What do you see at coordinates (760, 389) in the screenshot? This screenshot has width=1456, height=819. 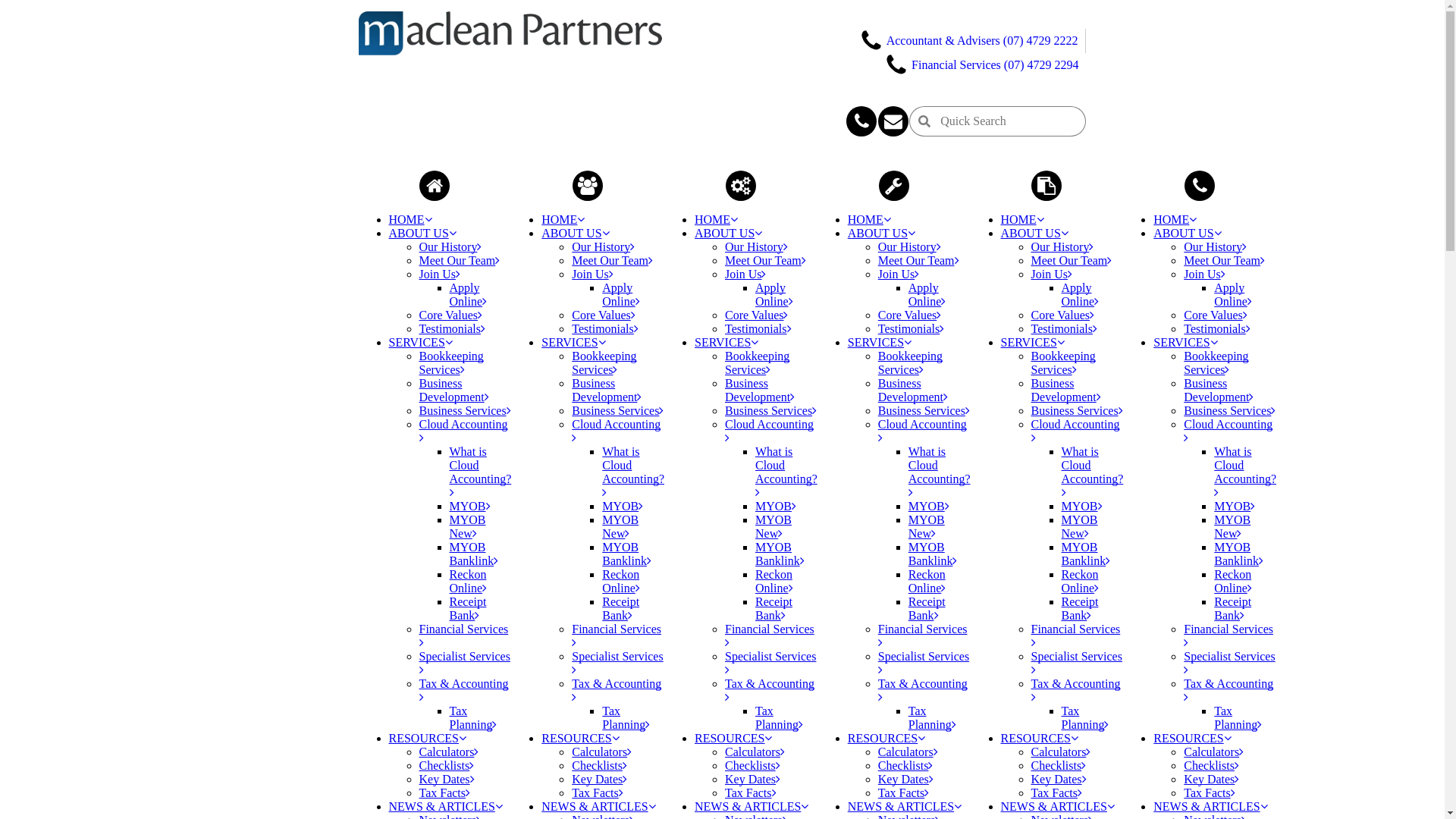 I see `'Business Development'` at bounding box center [760, 389].